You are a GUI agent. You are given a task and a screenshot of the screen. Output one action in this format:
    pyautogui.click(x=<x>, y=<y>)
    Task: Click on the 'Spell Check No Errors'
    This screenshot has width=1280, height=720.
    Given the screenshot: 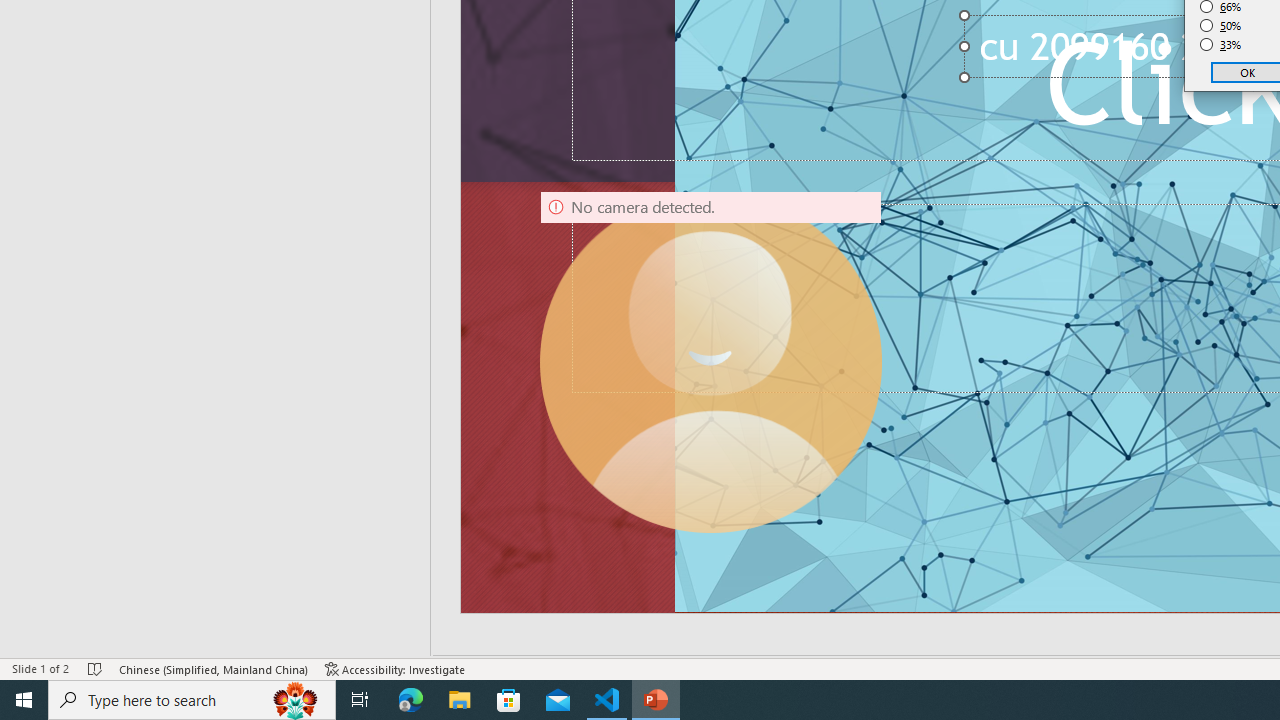 What is the action you would take?
    pyautogui.click(x=95, y=669)
    